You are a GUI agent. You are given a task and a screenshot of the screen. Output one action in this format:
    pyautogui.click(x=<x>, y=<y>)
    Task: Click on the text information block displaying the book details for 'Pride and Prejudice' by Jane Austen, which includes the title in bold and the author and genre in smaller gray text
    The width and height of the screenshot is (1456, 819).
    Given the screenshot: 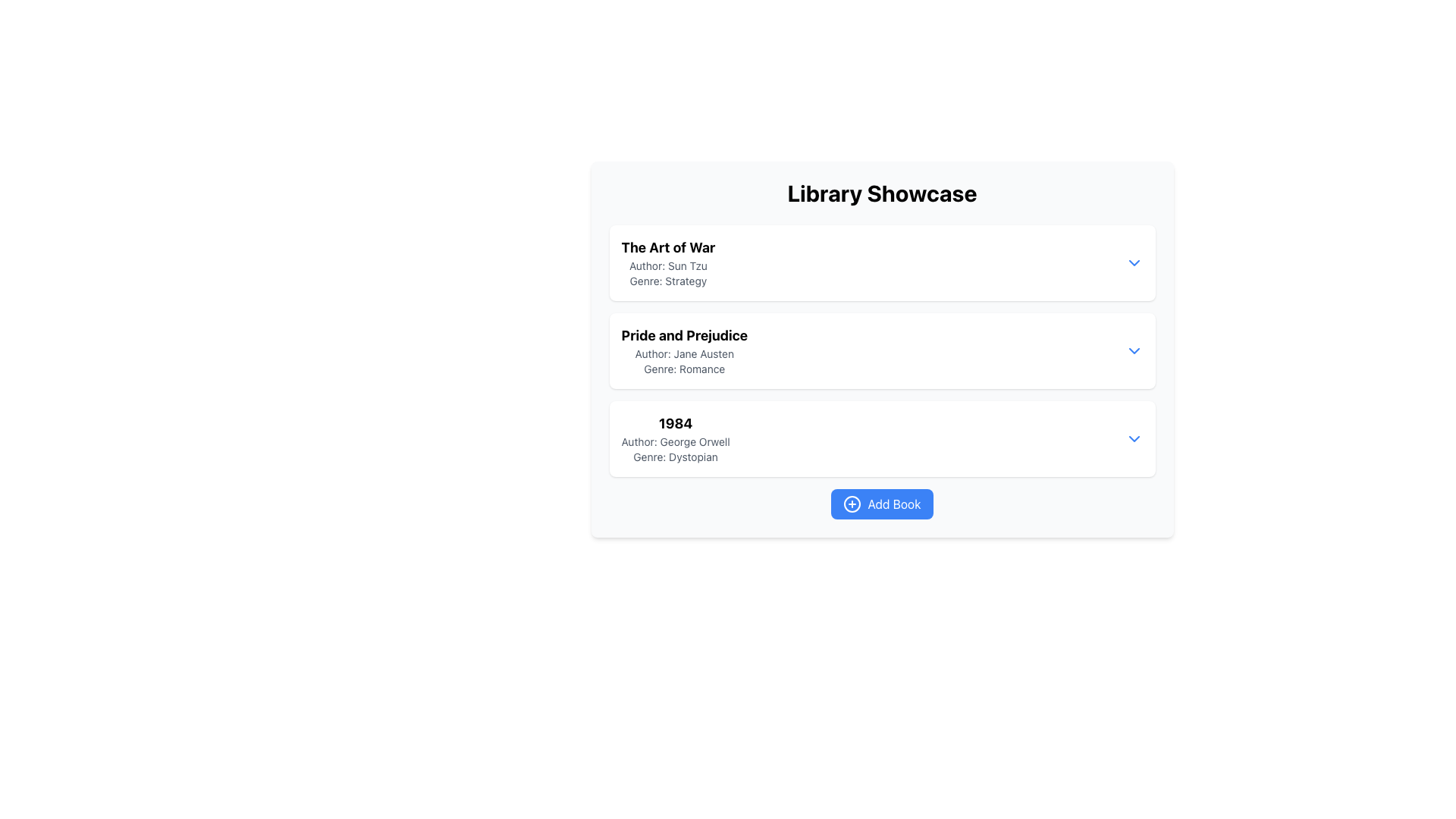 What is the action you would take?
    pyautogui.click(x=683, y=350)
    